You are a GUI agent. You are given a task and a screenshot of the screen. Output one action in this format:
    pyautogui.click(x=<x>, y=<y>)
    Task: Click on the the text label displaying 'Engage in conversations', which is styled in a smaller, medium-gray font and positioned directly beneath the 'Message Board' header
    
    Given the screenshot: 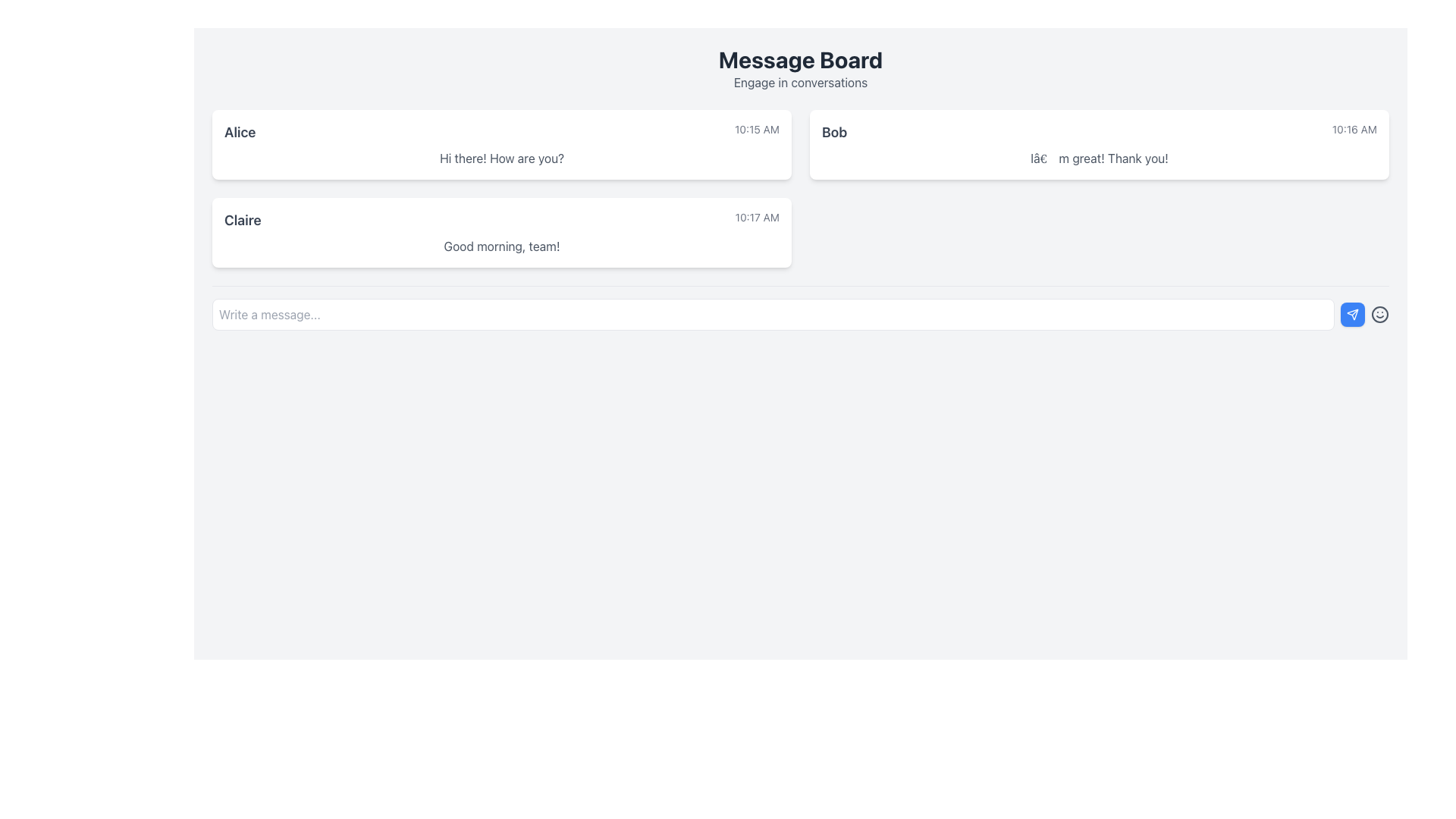 What is the action you would take?
    pyautogui.click(x=800, y=82)
    